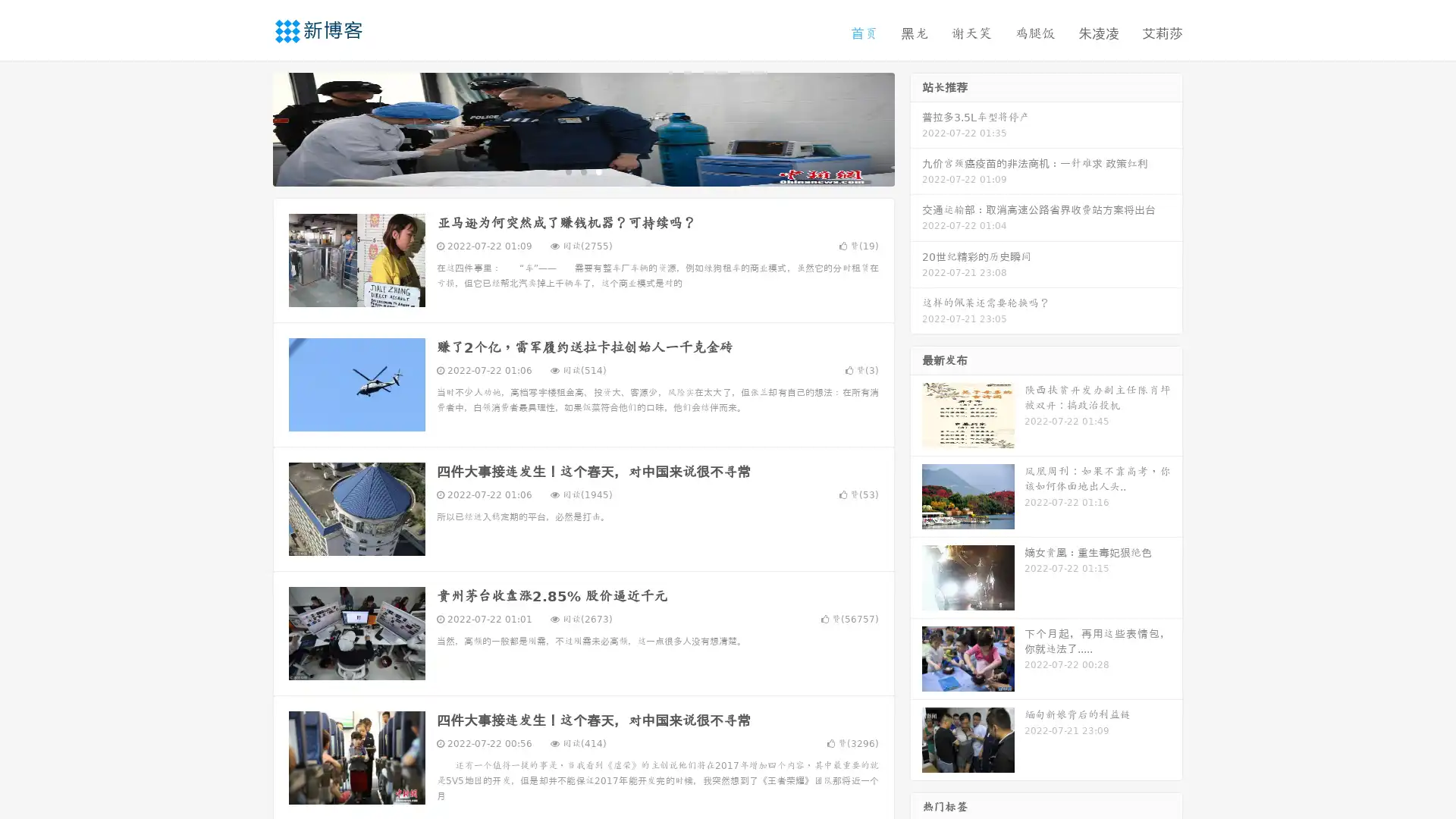 The image size is (1456, 819). What do you see at coordinates (582, 171) in the screenshot?
I see `Go to slide 2` at bounding box center [582, 171].